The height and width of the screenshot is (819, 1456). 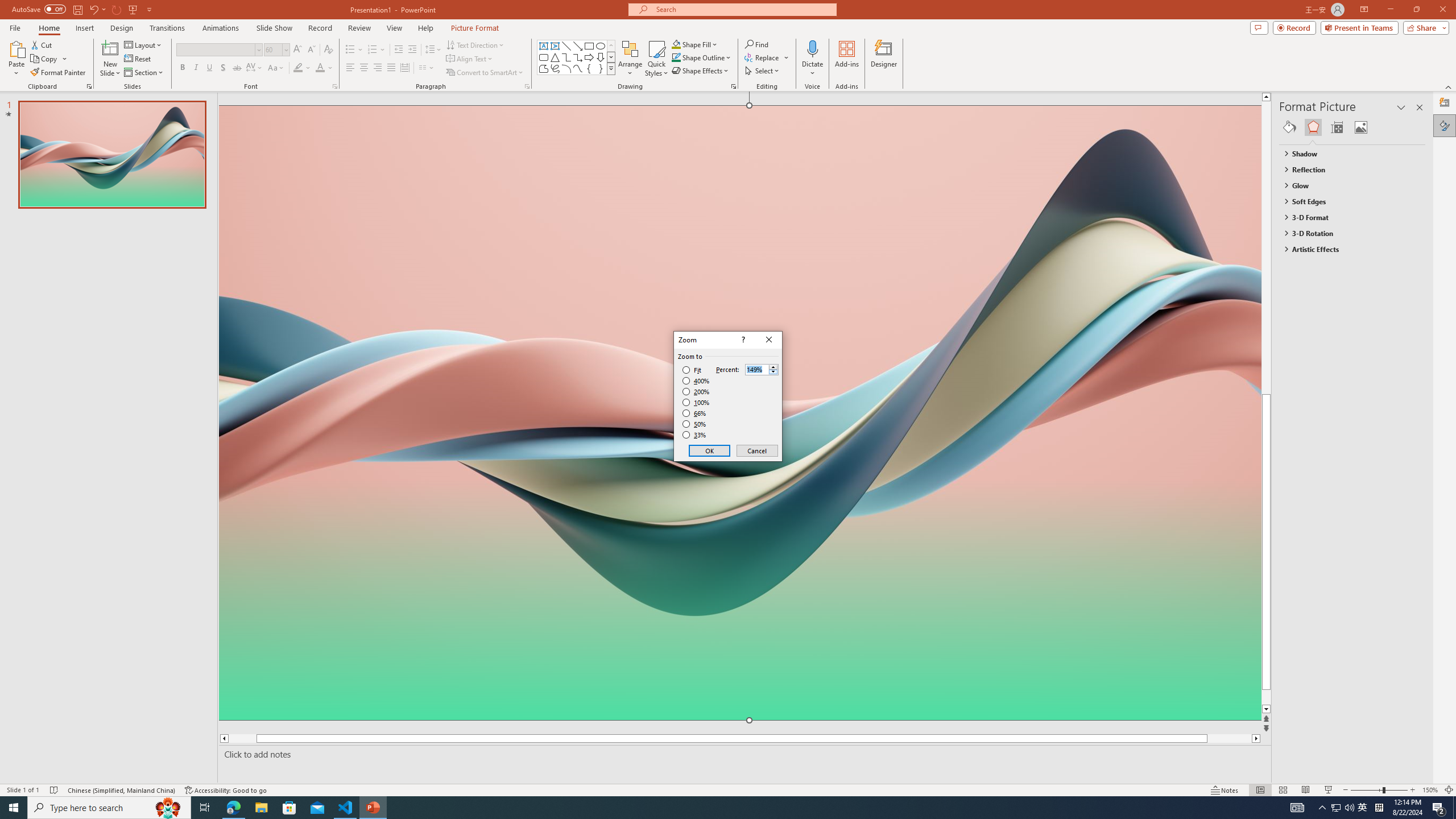 What do you see at coordinates (1347, 185) in the screenshot?
I see `'Glow'` at bounding box center [1347, 185].